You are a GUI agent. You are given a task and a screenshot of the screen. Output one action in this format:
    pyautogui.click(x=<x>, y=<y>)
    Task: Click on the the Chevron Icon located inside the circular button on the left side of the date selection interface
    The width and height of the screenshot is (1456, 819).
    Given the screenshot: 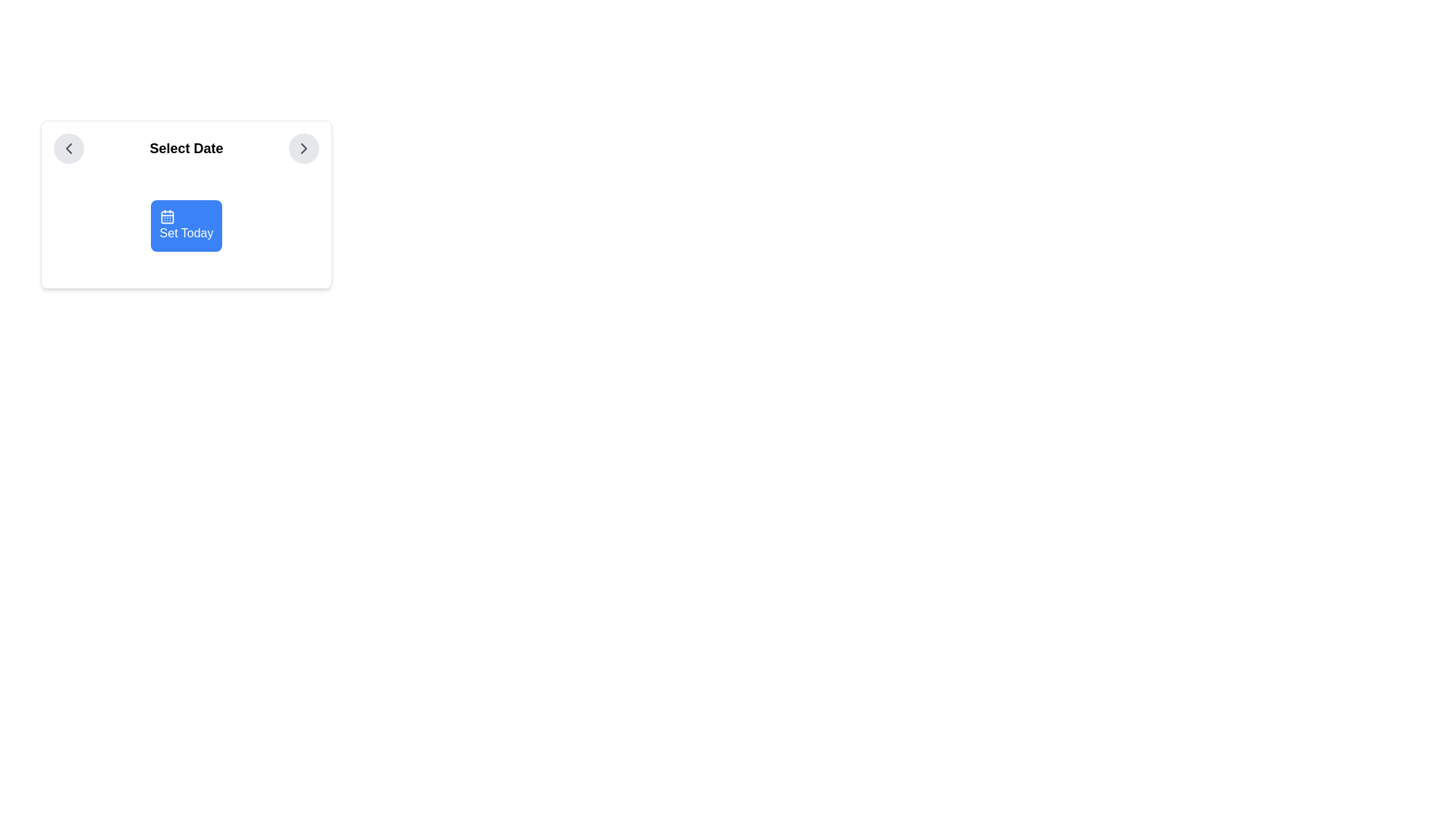 What is the action you would take?
    pyautogui.click(x=68, y=149)
    